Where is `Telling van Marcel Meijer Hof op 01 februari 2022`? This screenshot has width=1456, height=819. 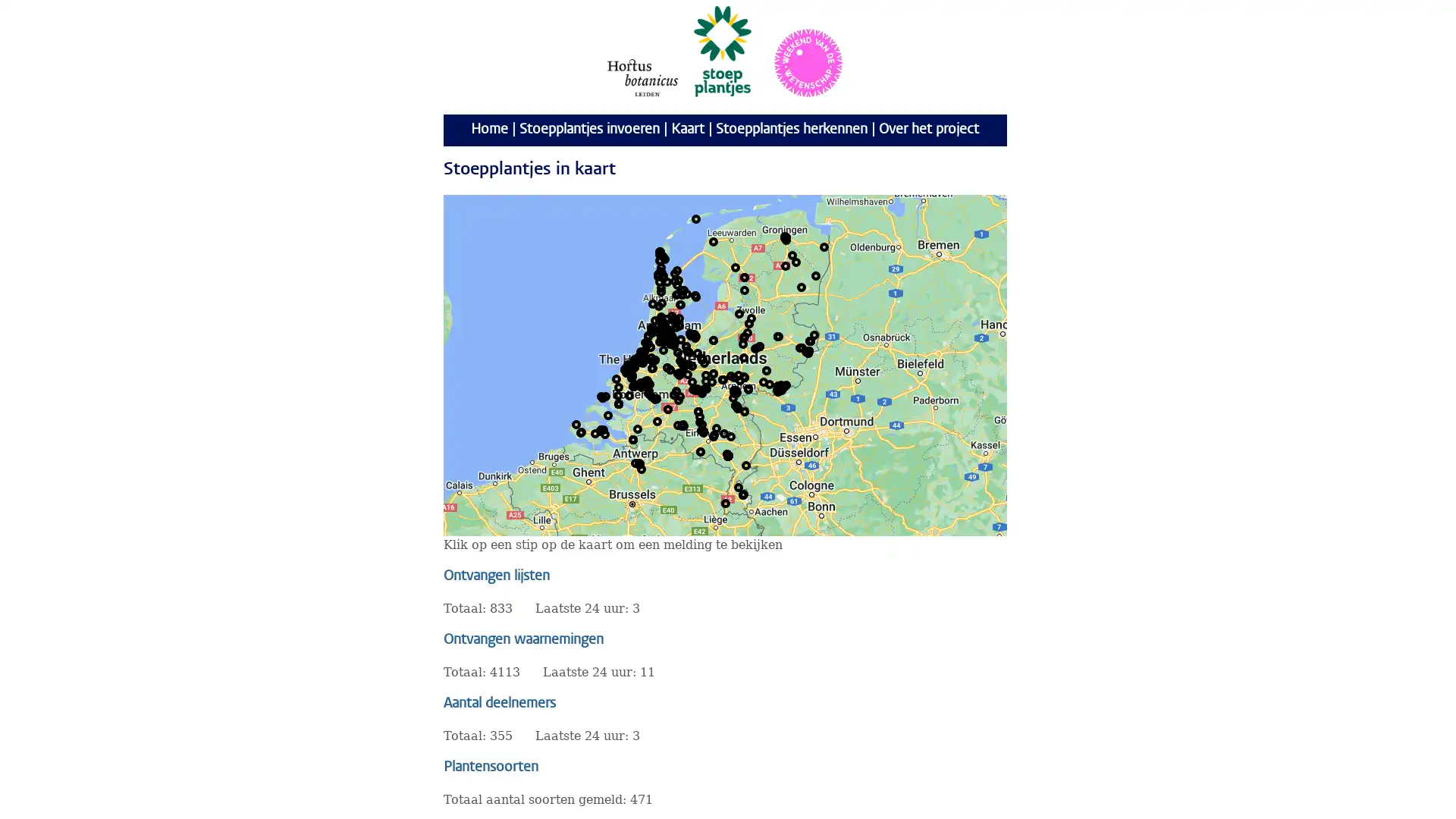
Telling van Marcel Meijer Hof op 01 februari 2022 is located at coordinates (807, 351).